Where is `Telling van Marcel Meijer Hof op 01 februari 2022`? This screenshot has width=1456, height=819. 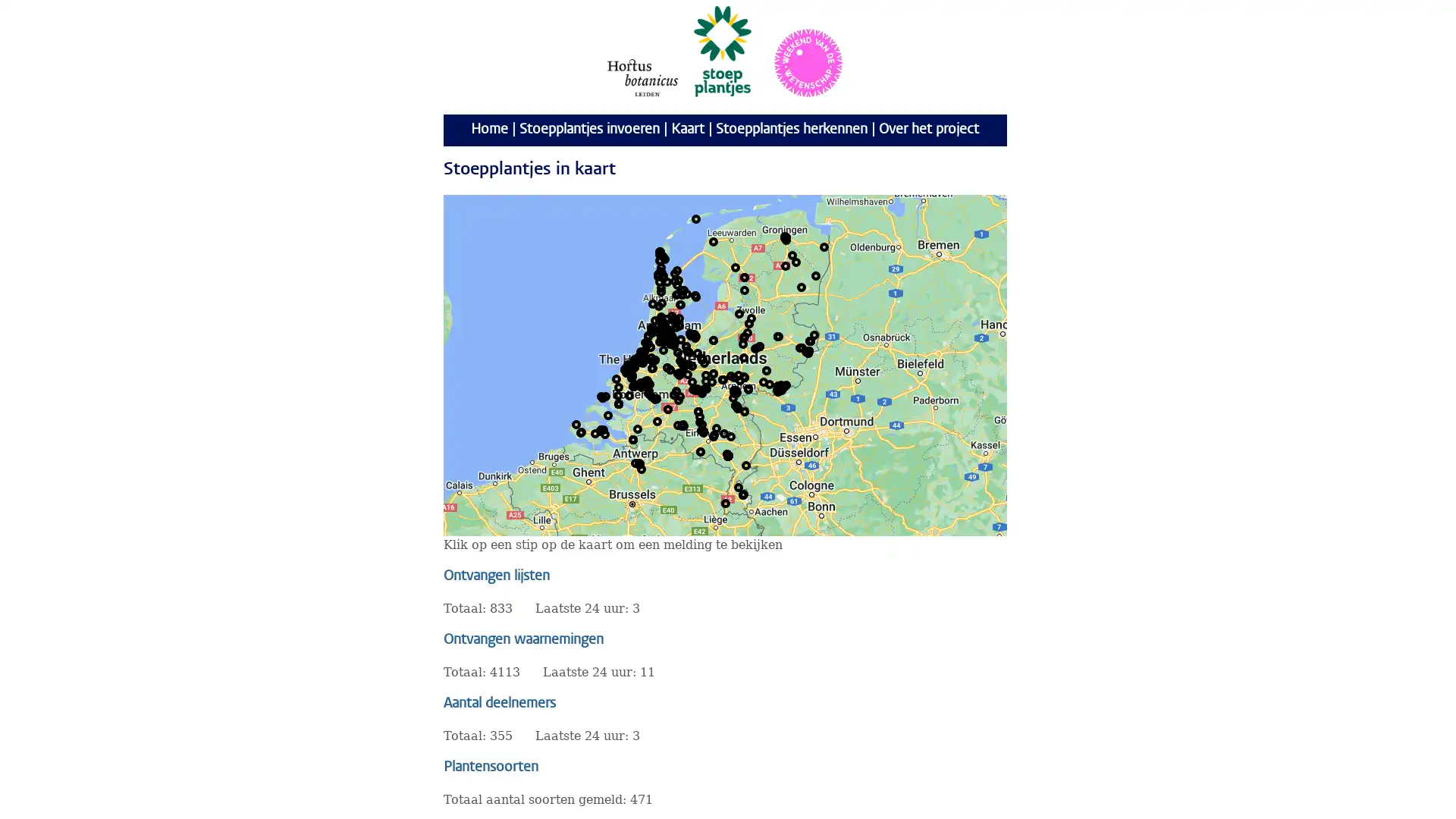
Telling van Marcel Meijer Hof op 01 februari 2022 is located at coordinates (807, 351).